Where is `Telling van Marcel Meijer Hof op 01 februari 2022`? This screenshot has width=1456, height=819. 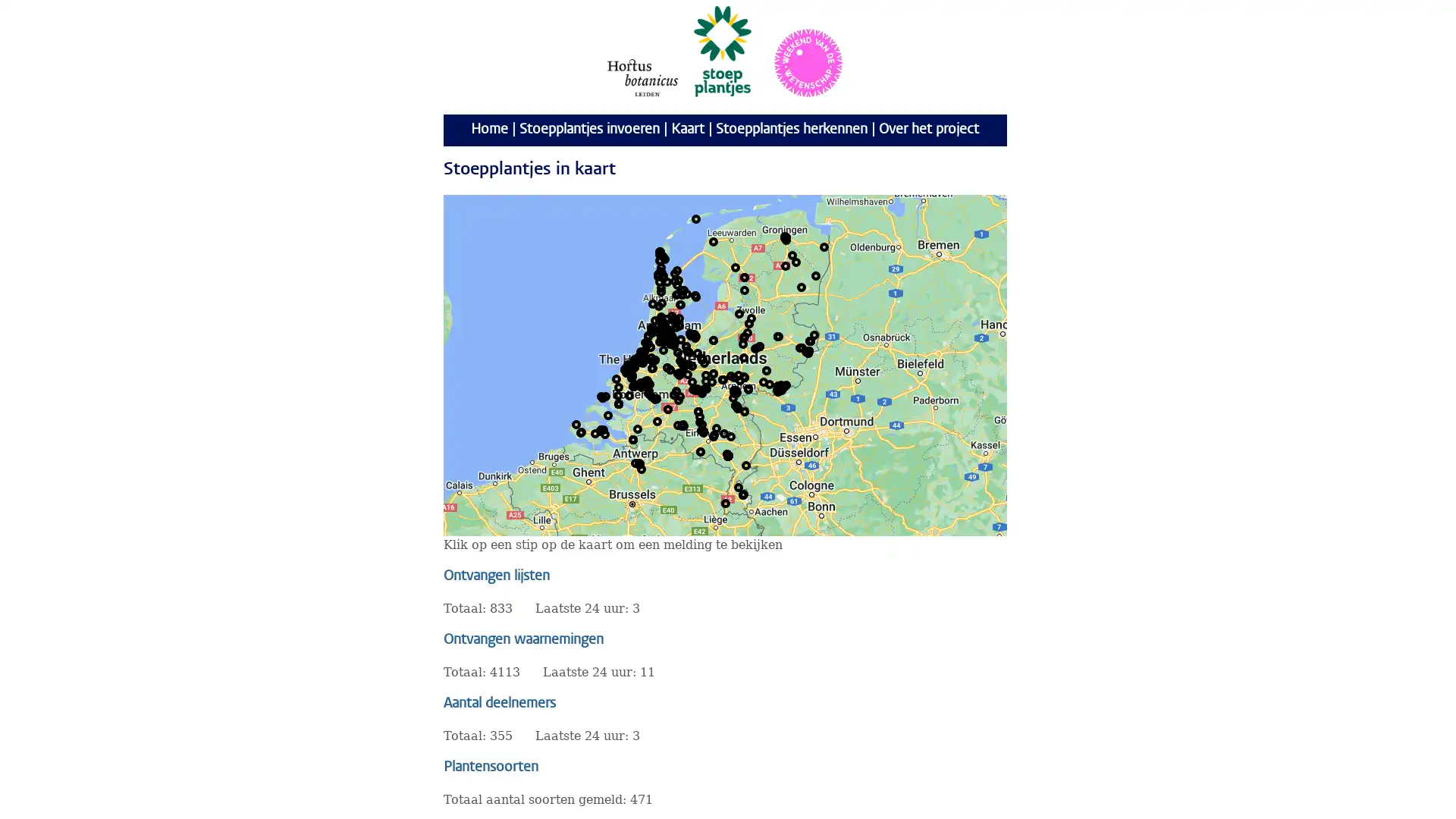
Telling van Marcel Meijer Hof op 01 februari 2022 is located at coordinates (807, 351).